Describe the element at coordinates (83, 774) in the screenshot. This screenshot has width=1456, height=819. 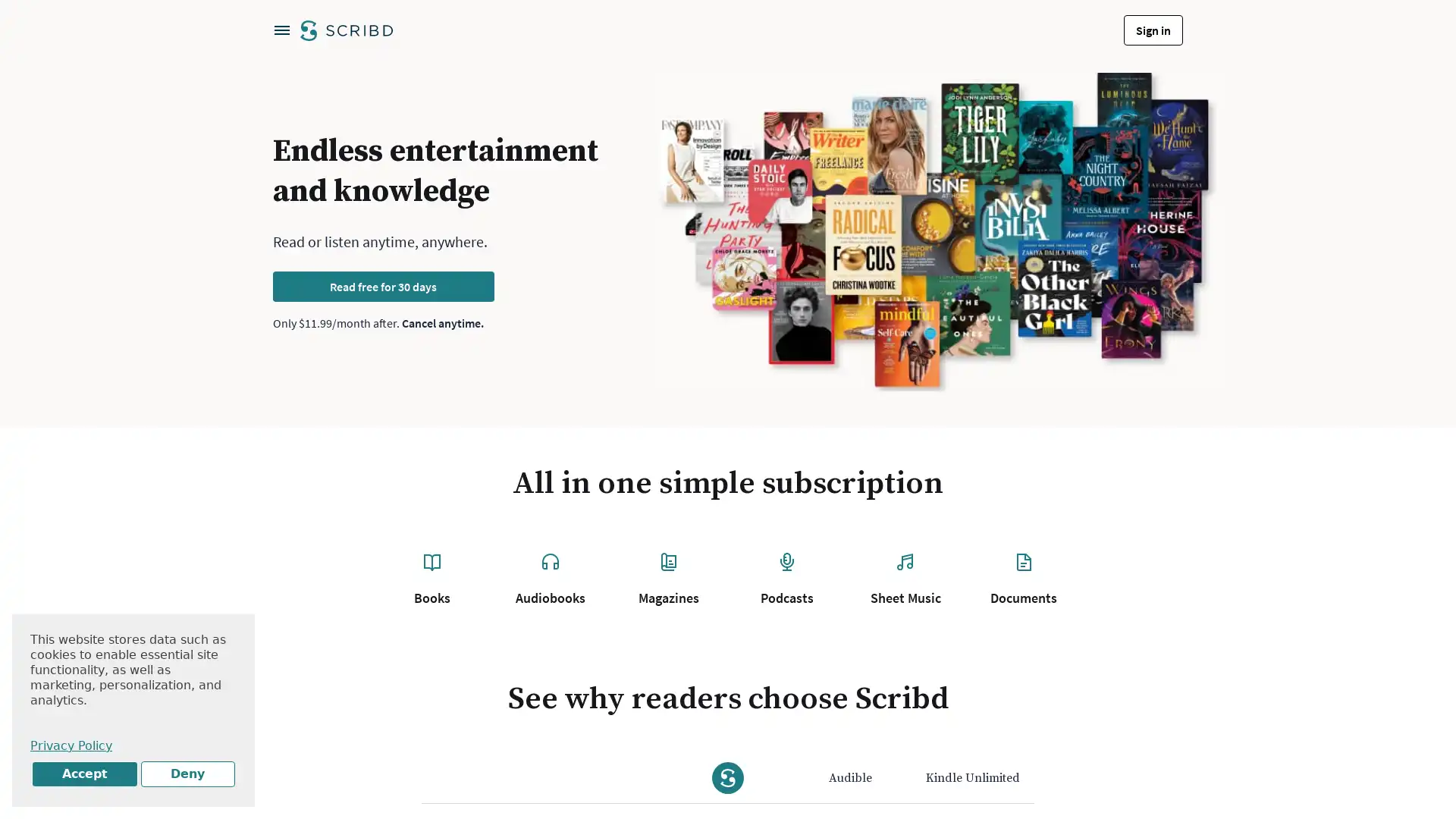
I see `Accept` at that location.